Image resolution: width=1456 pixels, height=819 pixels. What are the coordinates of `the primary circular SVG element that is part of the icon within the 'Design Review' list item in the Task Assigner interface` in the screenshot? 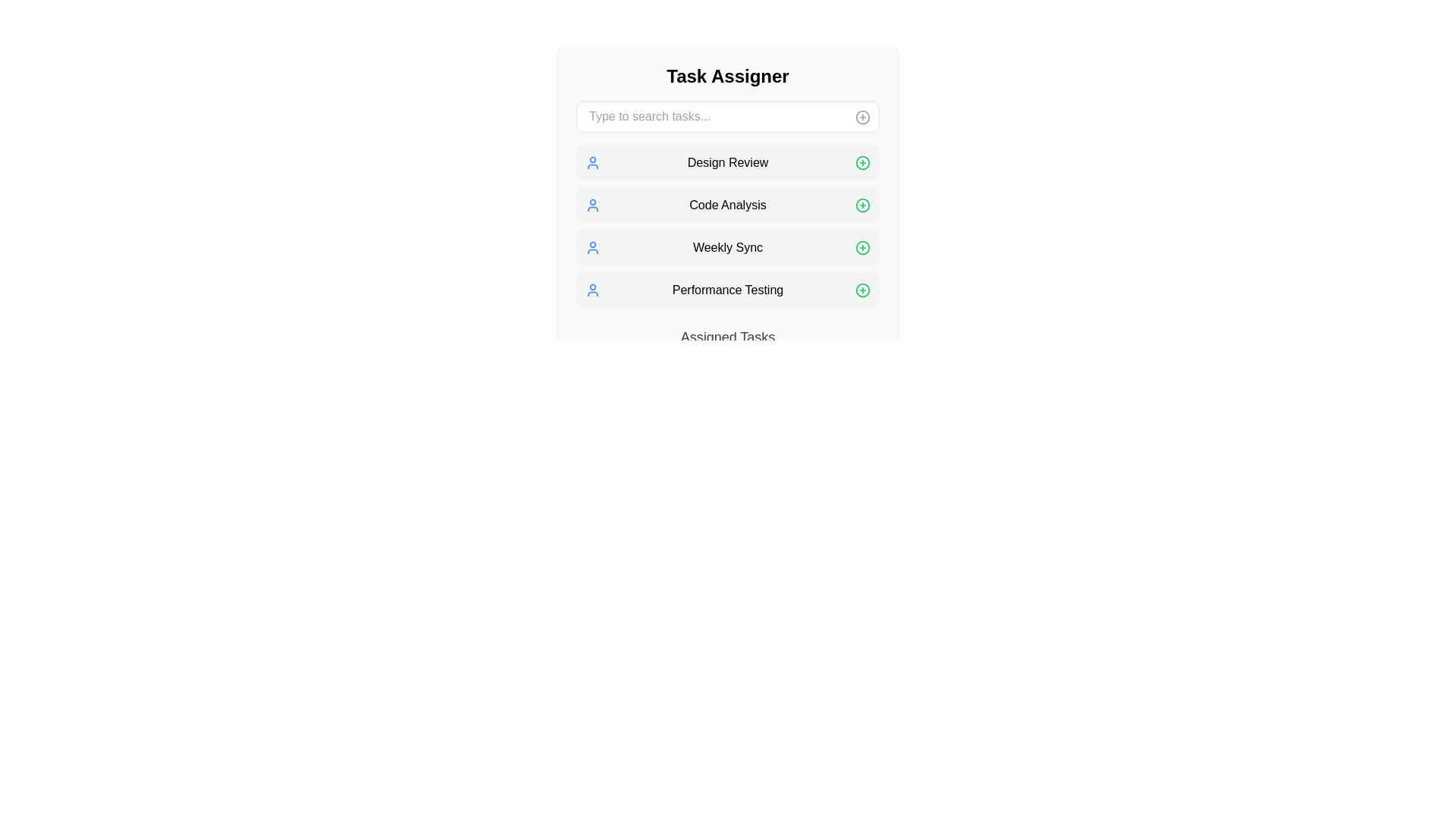 It's located at (862, 163).